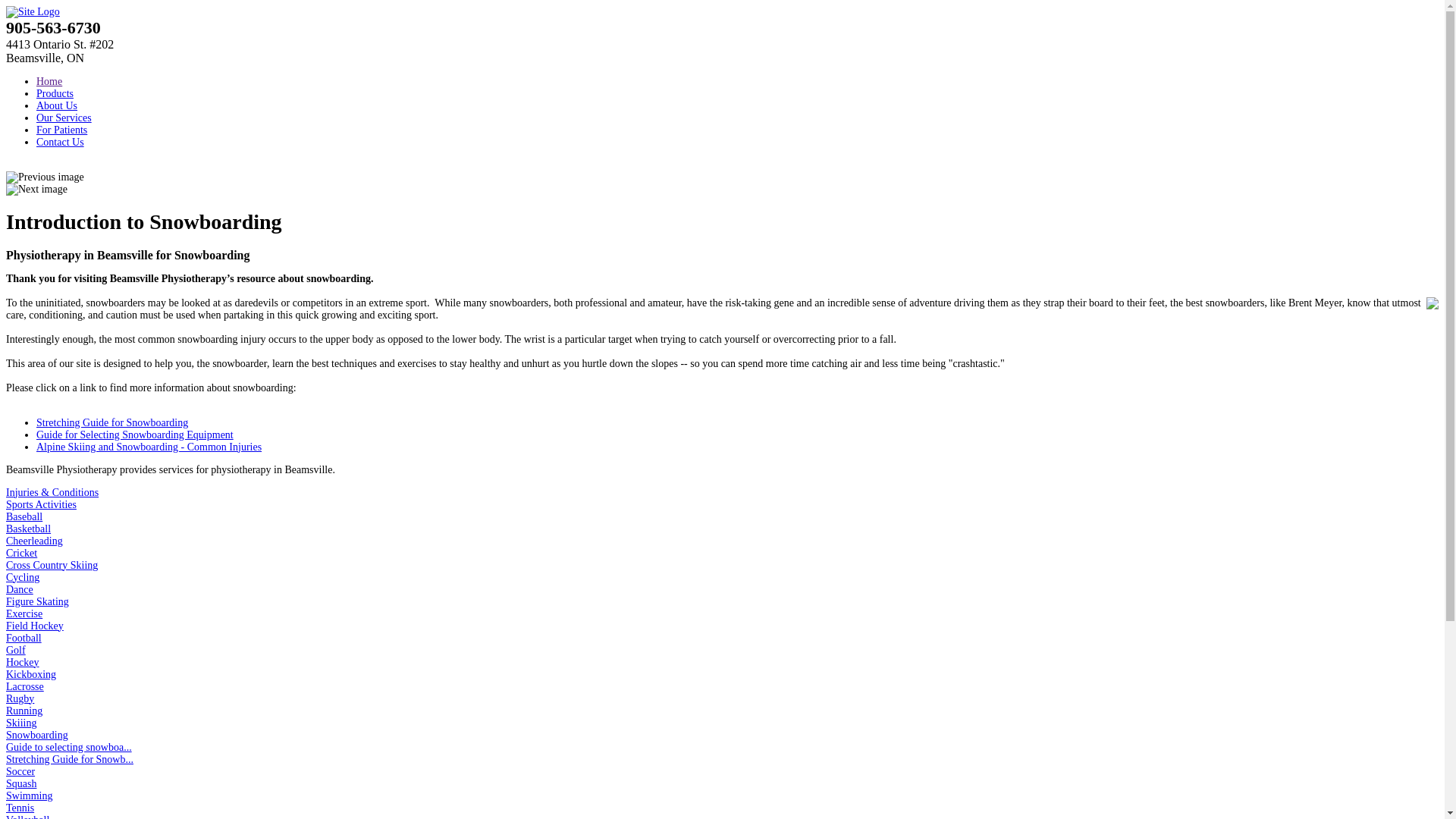 This screenshot has height=819, width=1456. Describe the element at coordinates (21, 553) in the screenshot. I see `'Cricket'` at that location.